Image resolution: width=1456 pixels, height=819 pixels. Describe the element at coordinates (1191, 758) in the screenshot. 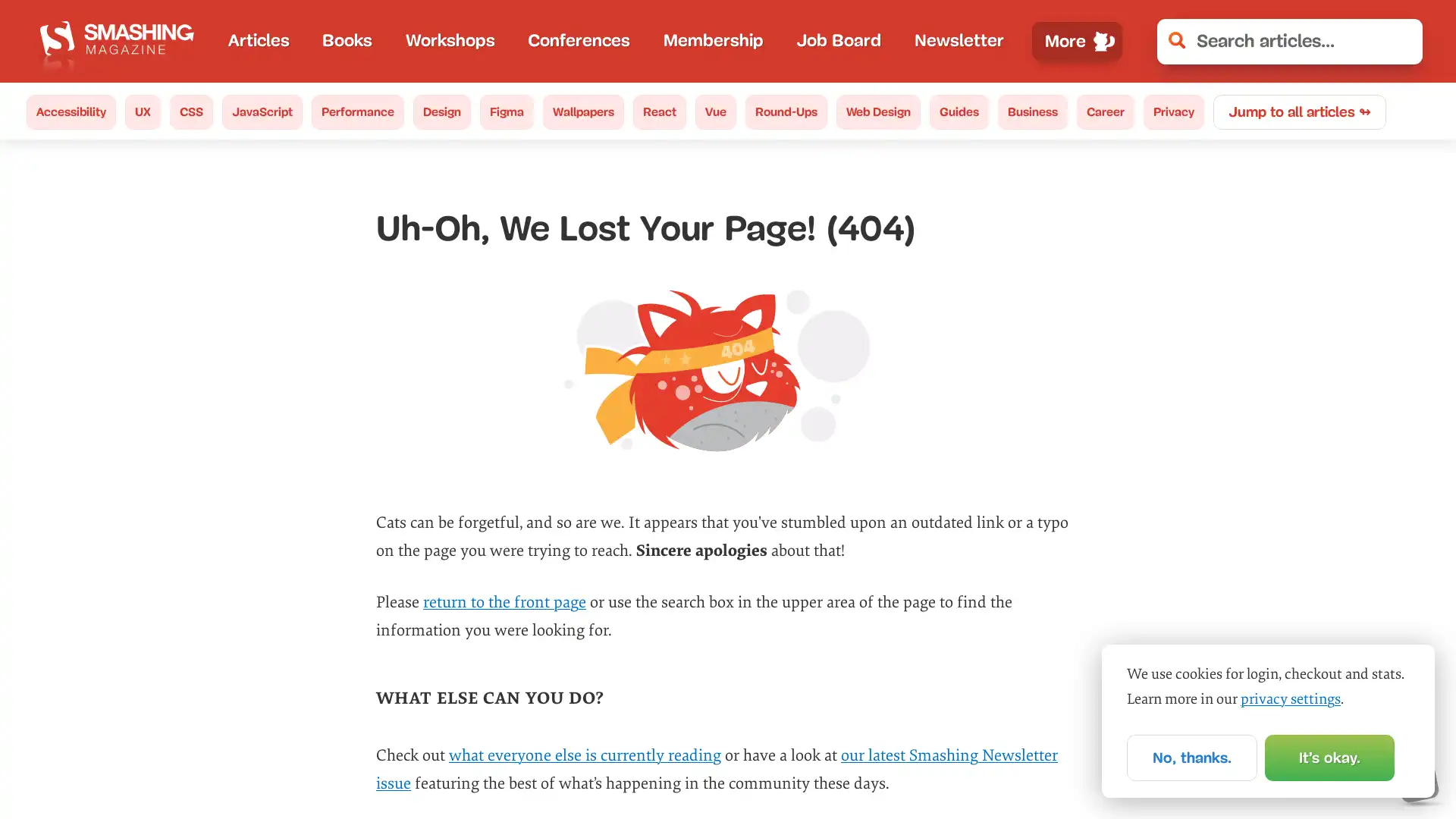

I see `No, thanks.` at that location.